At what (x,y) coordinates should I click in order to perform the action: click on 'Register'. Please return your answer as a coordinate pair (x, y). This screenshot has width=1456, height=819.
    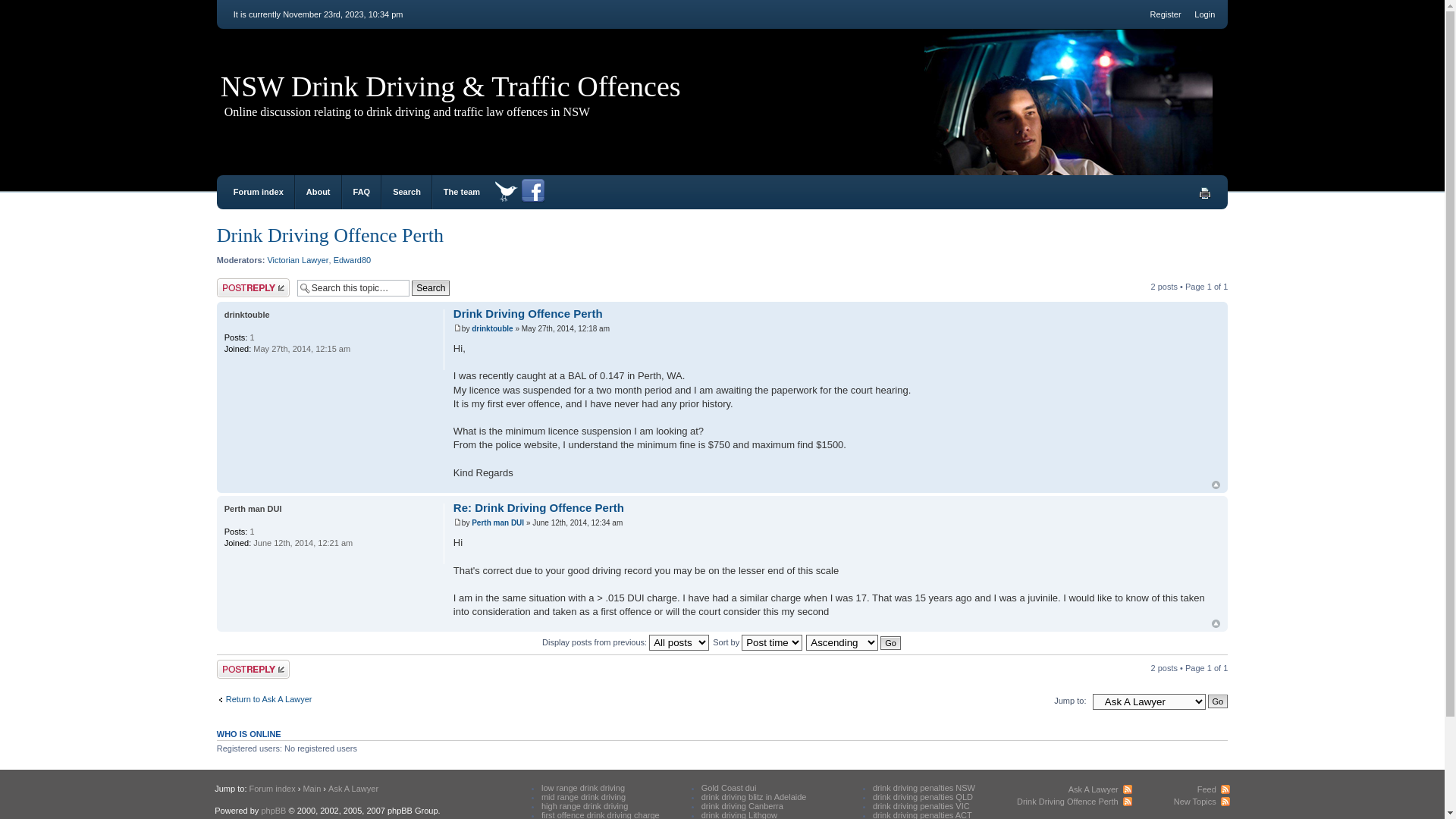
    Looking at the image, I should click on (1165, 14).